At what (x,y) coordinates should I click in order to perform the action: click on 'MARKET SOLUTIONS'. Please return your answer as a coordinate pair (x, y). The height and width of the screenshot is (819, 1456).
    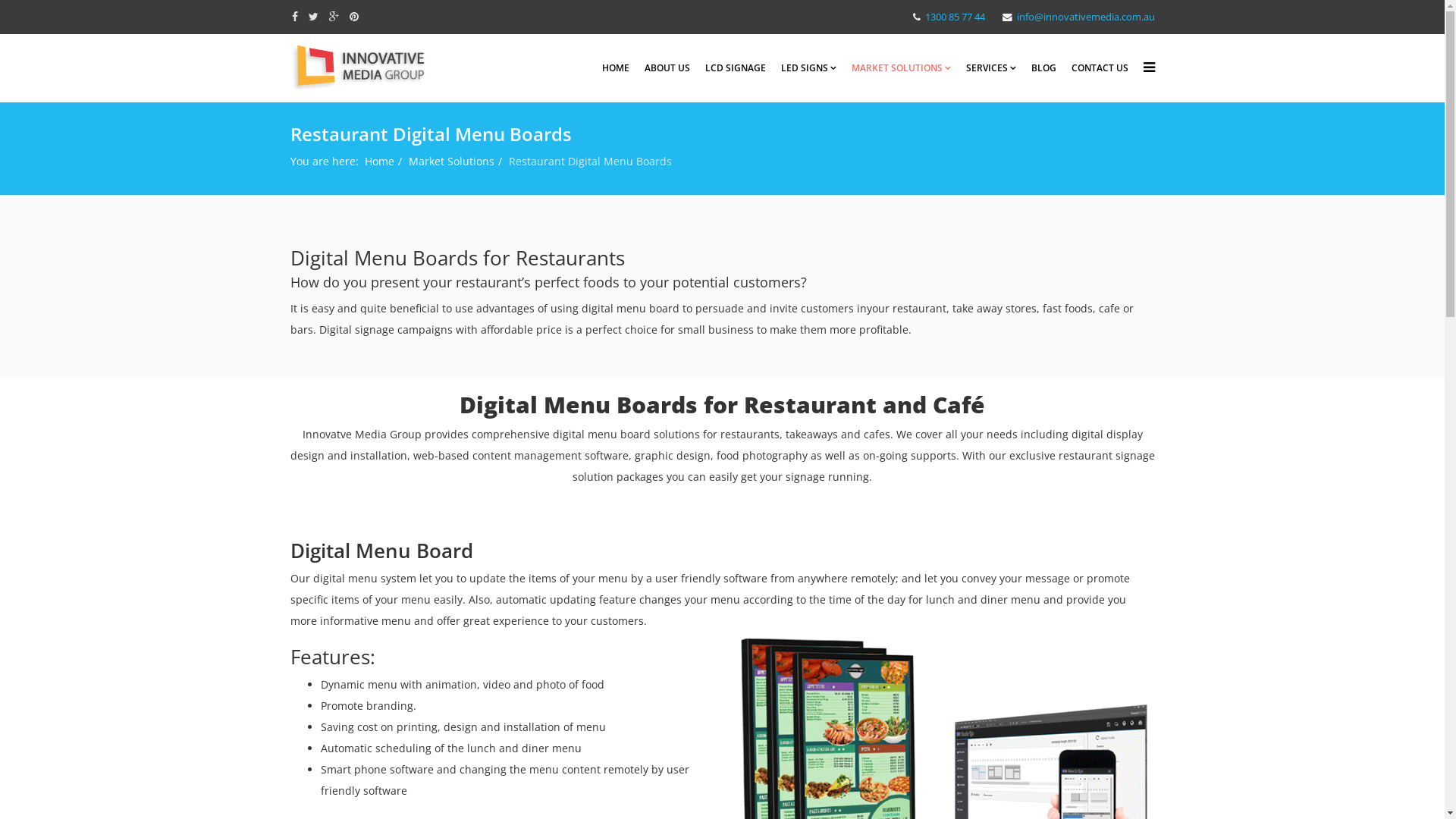
    Looking at the image, I should click on (900, 67).